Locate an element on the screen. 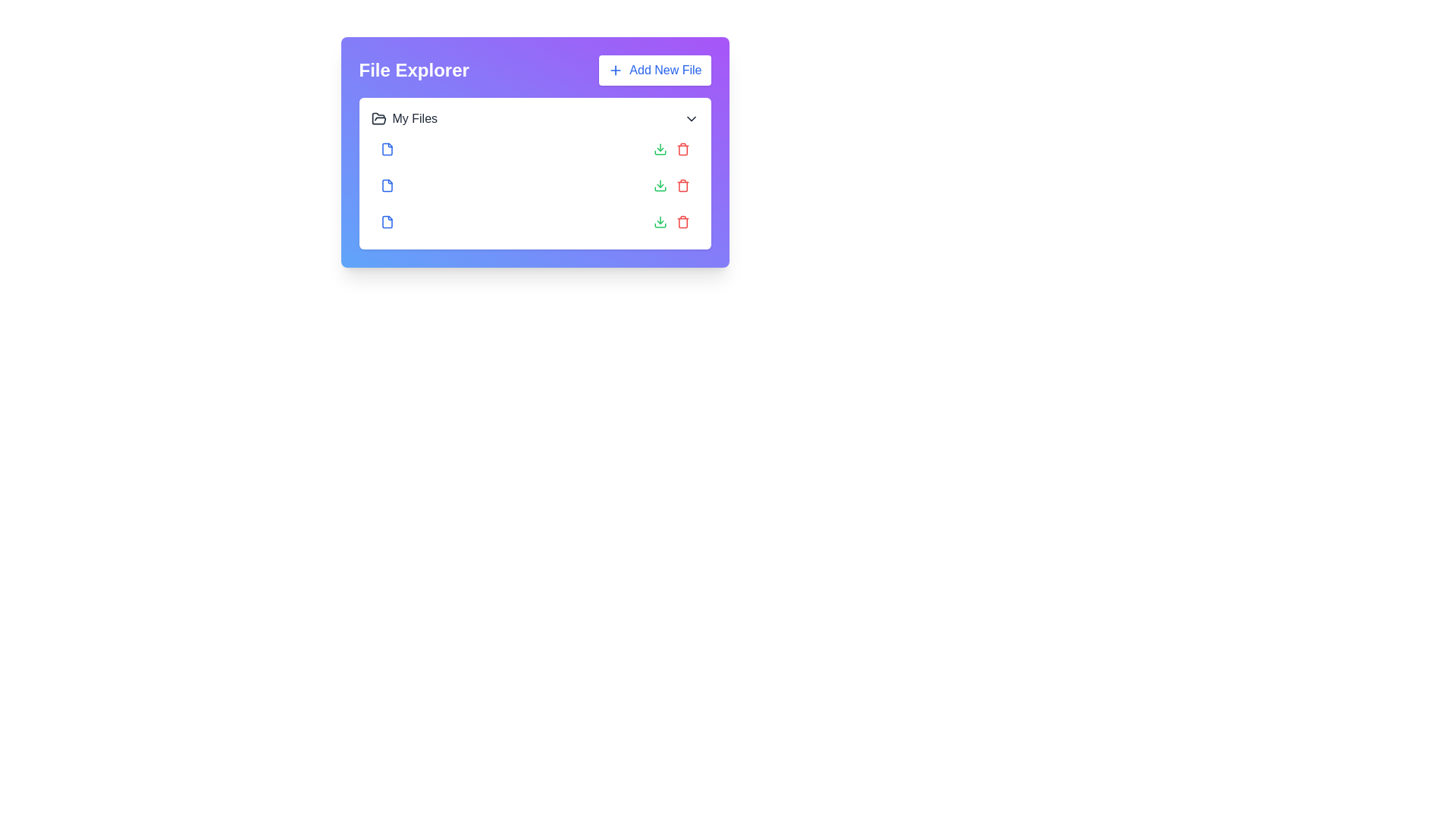 The width and height of the screenshot is (1456, 819). the File entry label, which is the third item under the 'My Files' section in the File Explorer interface is located at coordinates (436, 222).